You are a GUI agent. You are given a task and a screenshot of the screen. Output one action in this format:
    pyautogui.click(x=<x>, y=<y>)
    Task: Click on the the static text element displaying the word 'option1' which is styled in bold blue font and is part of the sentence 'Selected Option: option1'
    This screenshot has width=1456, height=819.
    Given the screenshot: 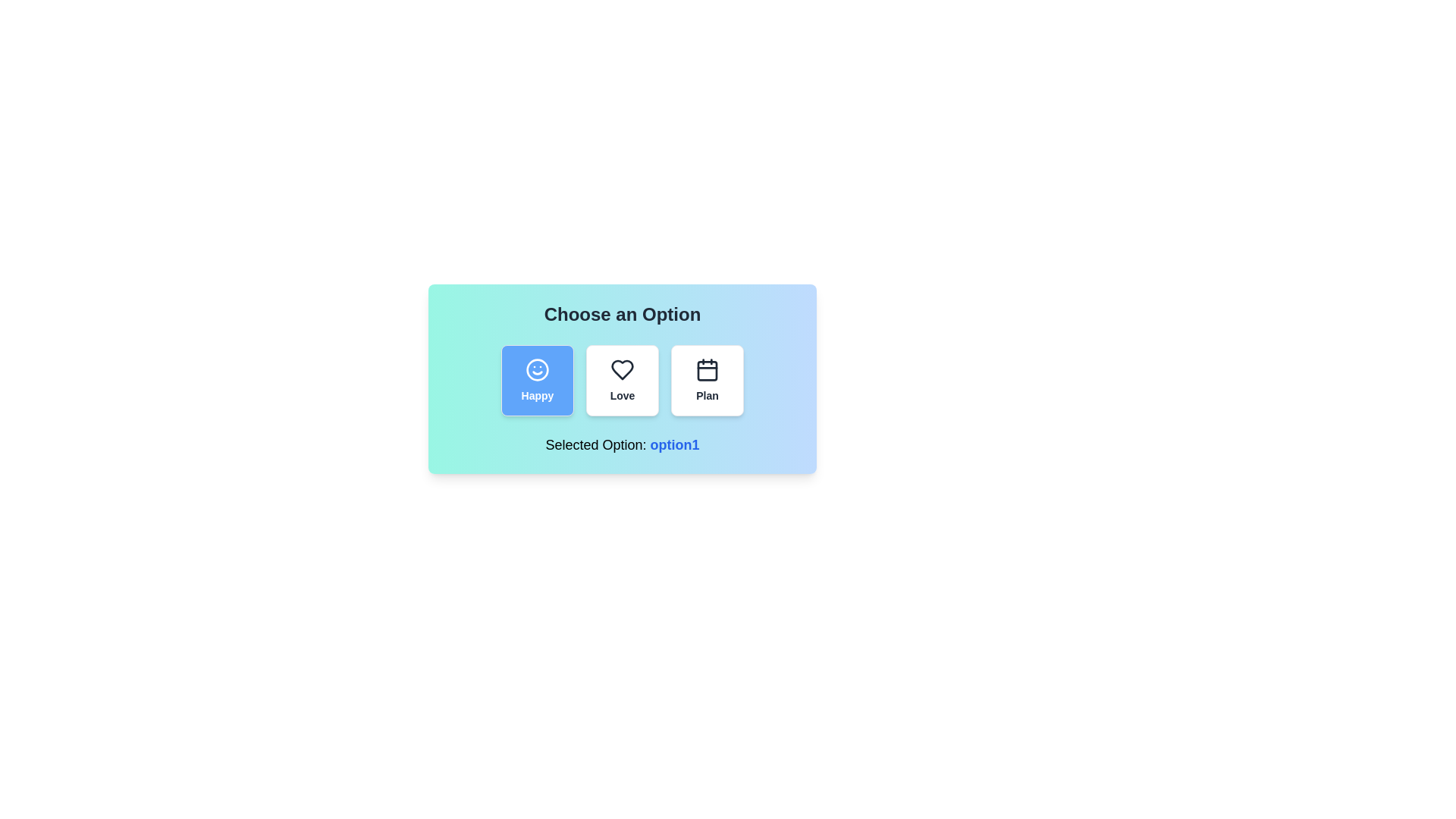 What is the action you would take?
    pyautogui.click(x=674, y=444)
    